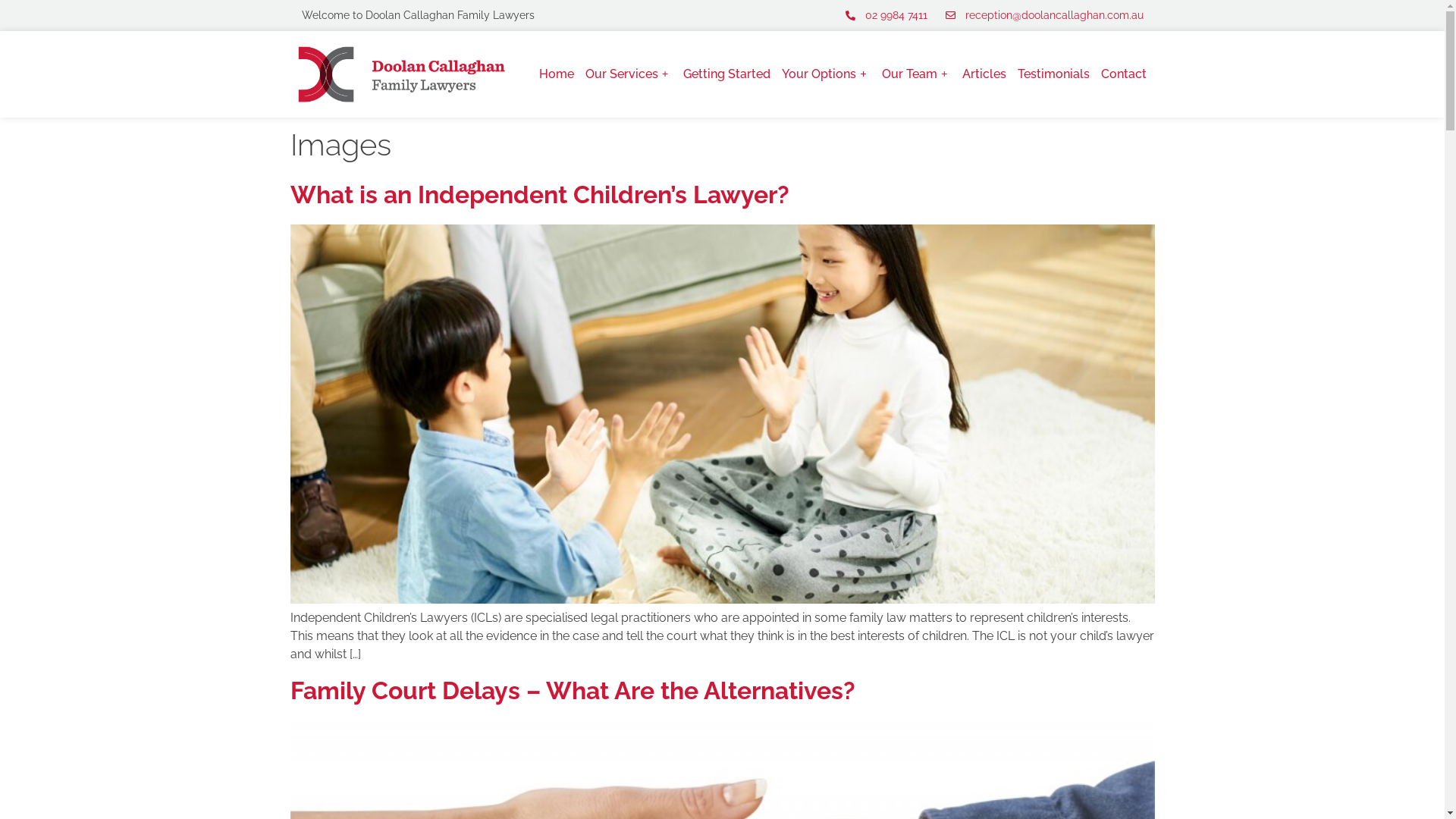 This screenshot has height=819, width=1456. I want to click on 'Our Services', so click(585, 74).